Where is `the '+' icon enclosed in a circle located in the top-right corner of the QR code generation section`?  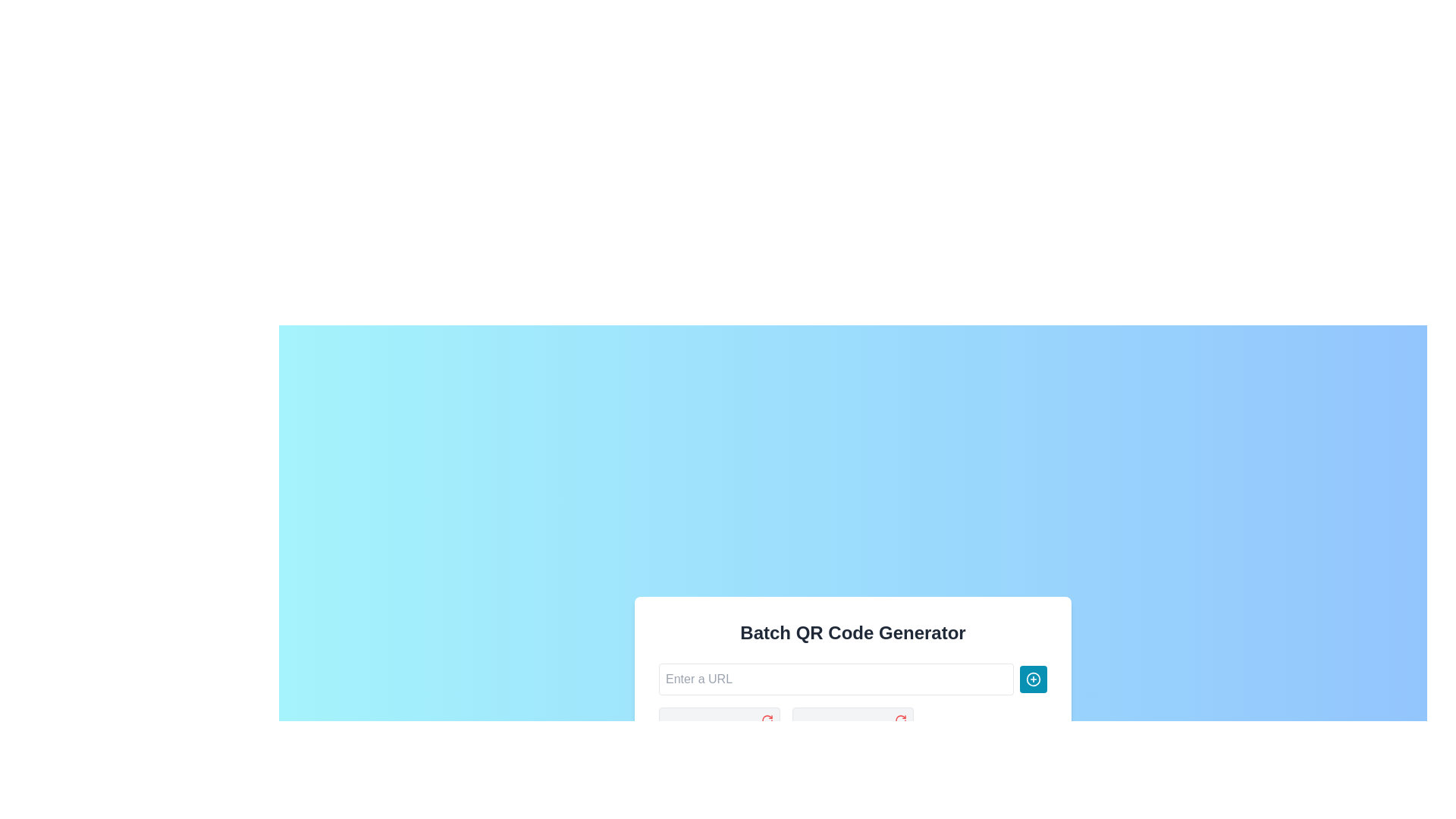 the '+' icon enclosed in a circle located in the top-right corner of the QR code generation section is located at coordinates (1033, 678).